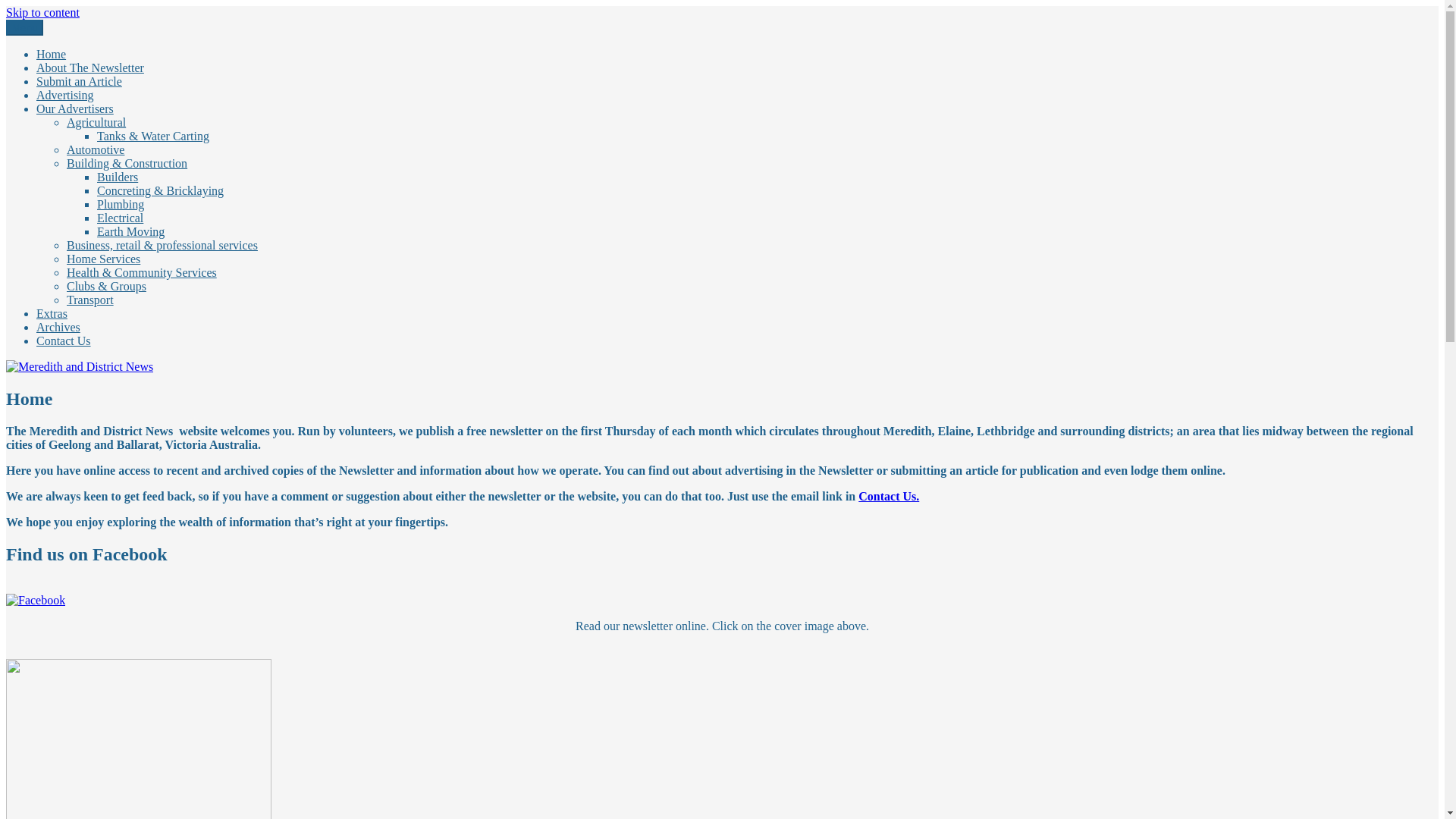 This screenshot has width=1456, height=819. I want to click on 'Clubs & Groups', so click(105, 286).